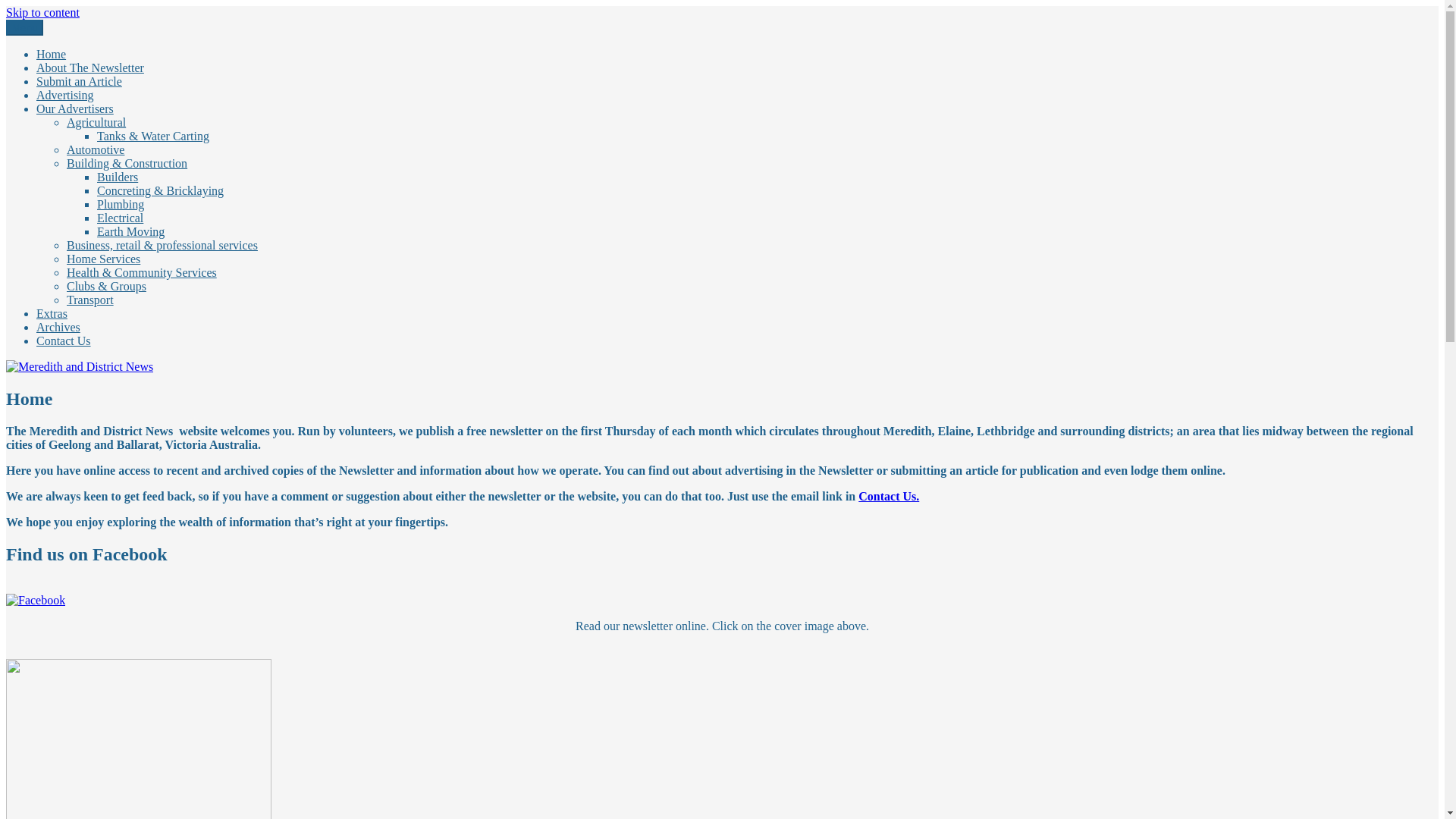 This screenshot has width=1456, height=819. I want to click on 'Clubs & Groups', so click(105, 286).